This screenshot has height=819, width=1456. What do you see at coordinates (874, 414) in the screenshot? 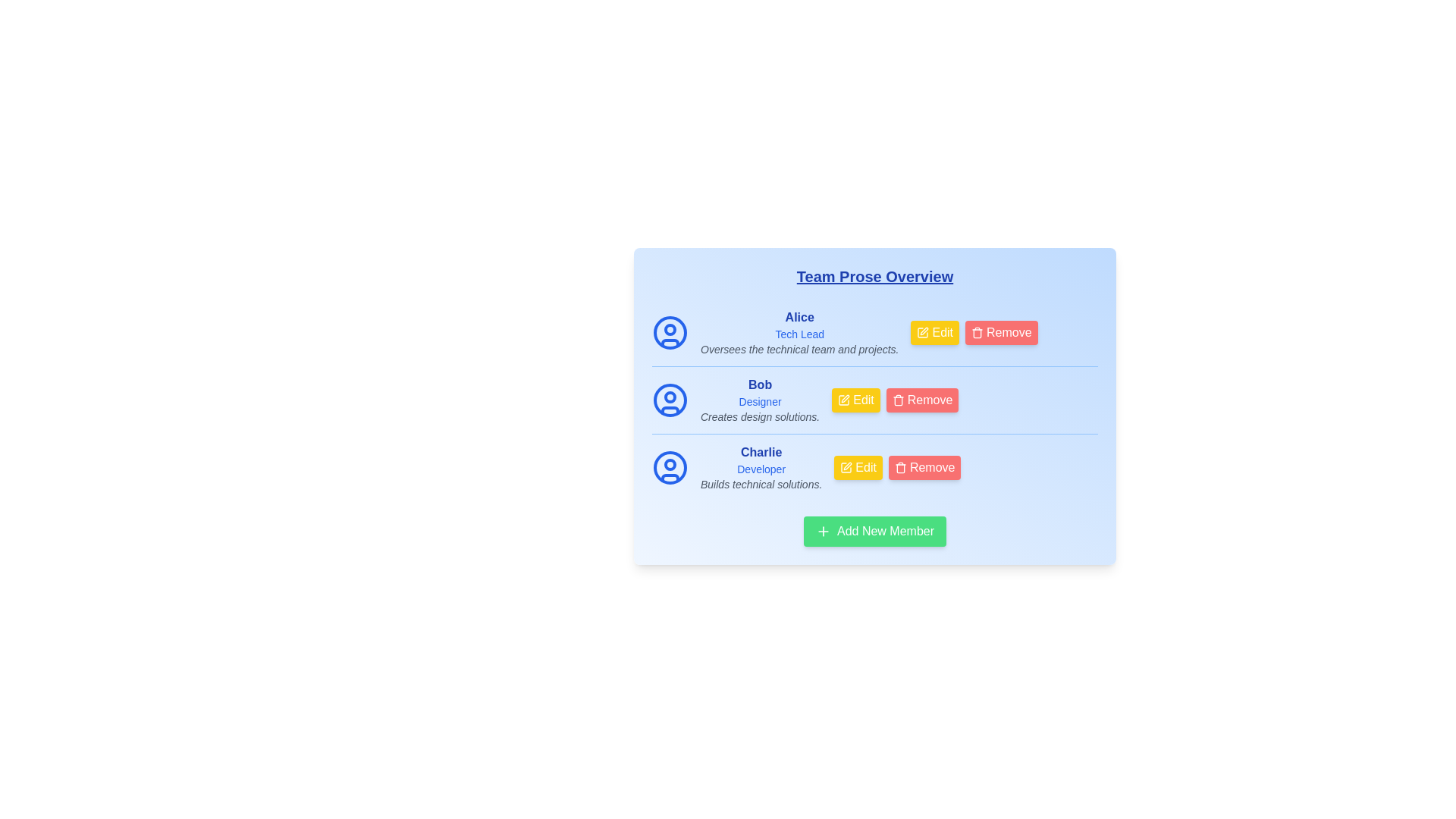
I see `the edit button for team member 'Bob' to initiate editing of his details` at bounding box center [874, 414].